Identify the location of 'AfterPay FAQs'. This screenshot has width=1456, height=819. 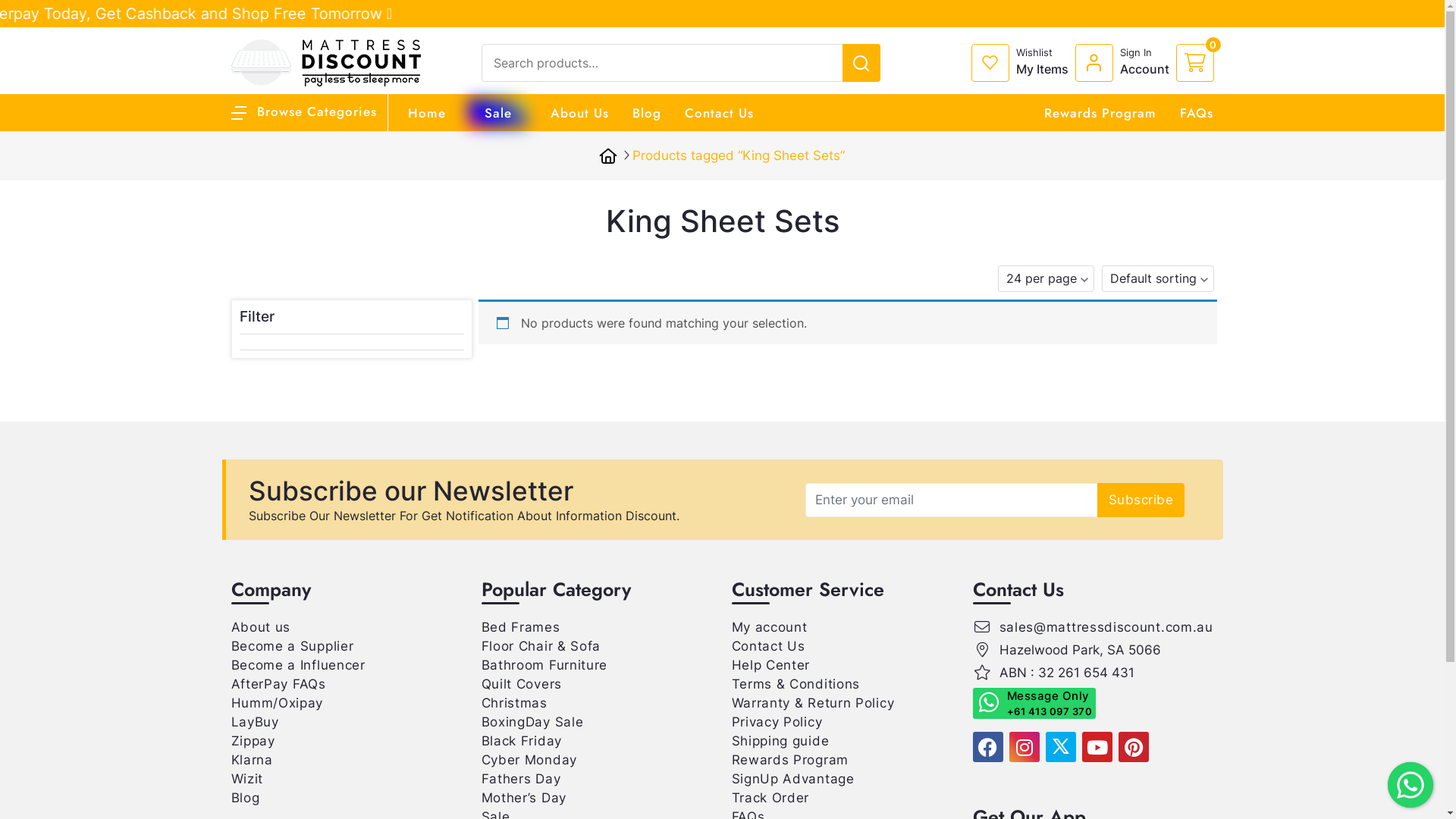
(278, 684).